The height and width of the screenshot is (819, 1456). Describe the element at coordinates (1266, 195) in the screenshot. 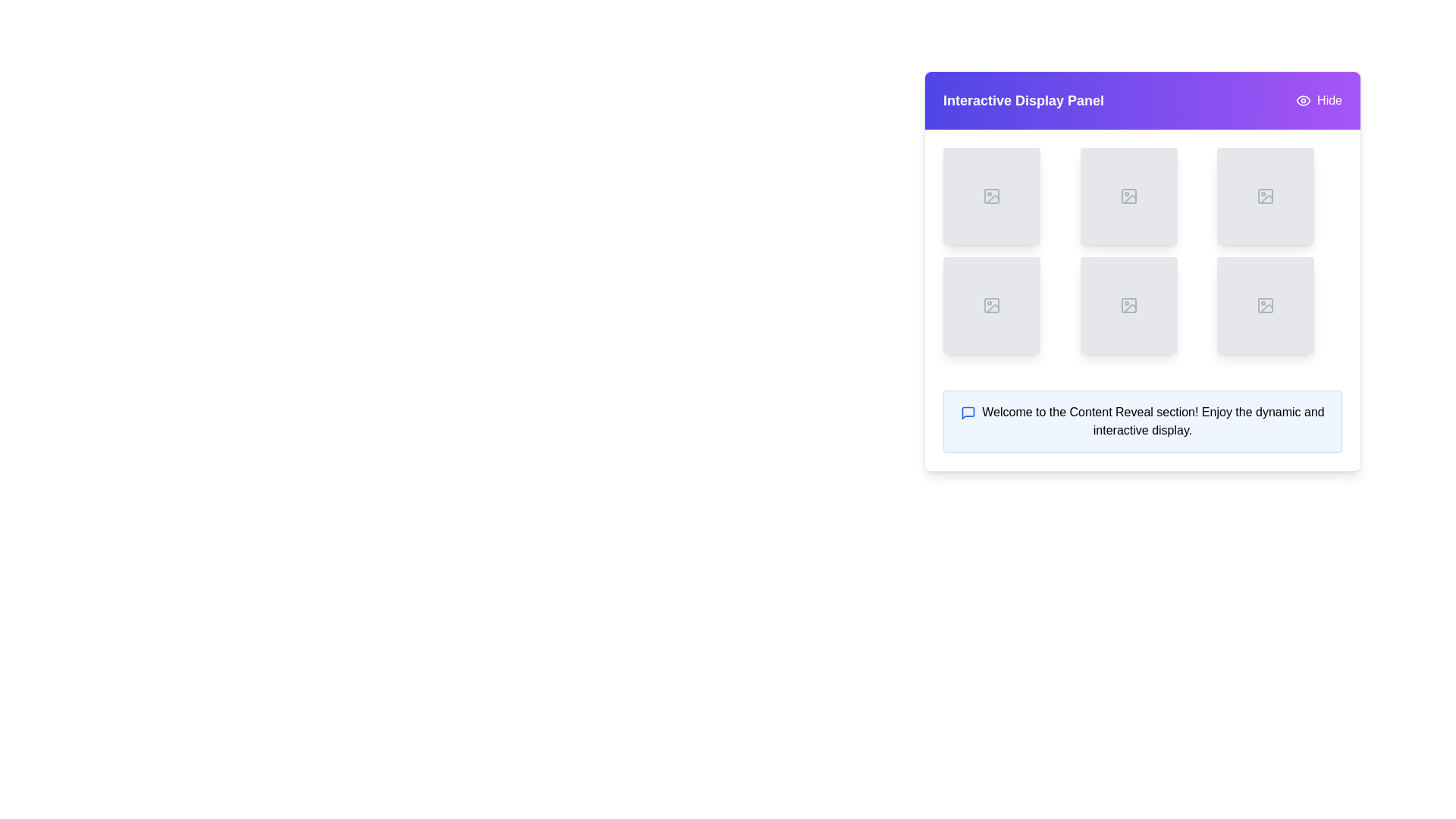

I see `the small rectangular shape with rounded corners located at the center of the image icon in the top-right grid cell of the 2x3 grid within the 'Interactive Display Panel'` at that location.